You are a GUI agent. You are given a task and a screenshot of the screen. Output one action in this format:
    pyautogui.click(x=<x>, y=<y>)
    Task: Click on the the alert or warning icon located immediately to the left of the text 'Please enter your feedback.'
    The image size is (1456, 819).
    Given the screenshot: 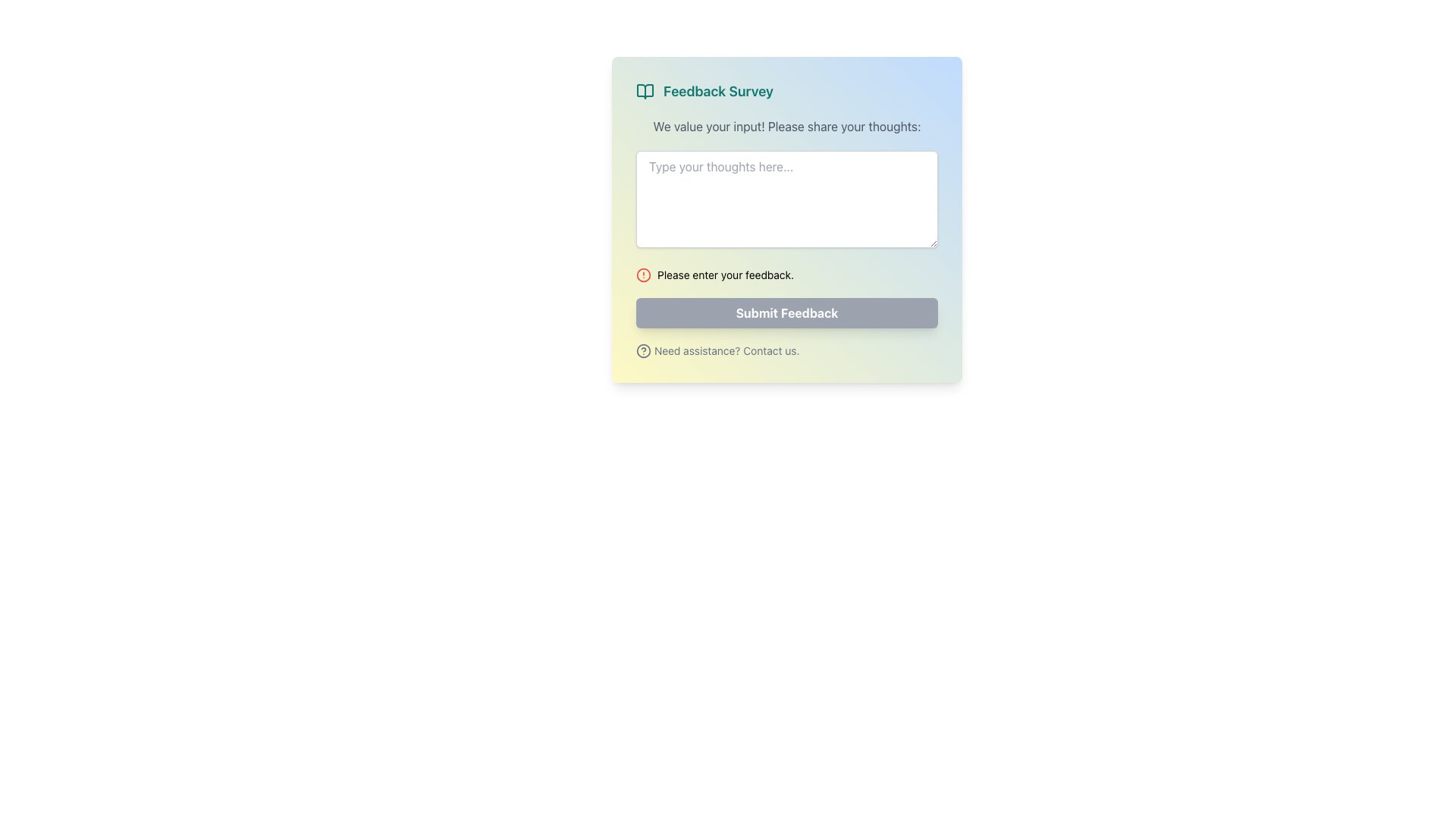 What is the action you would take?
    pyautogui.click(x=644, y=275)
    